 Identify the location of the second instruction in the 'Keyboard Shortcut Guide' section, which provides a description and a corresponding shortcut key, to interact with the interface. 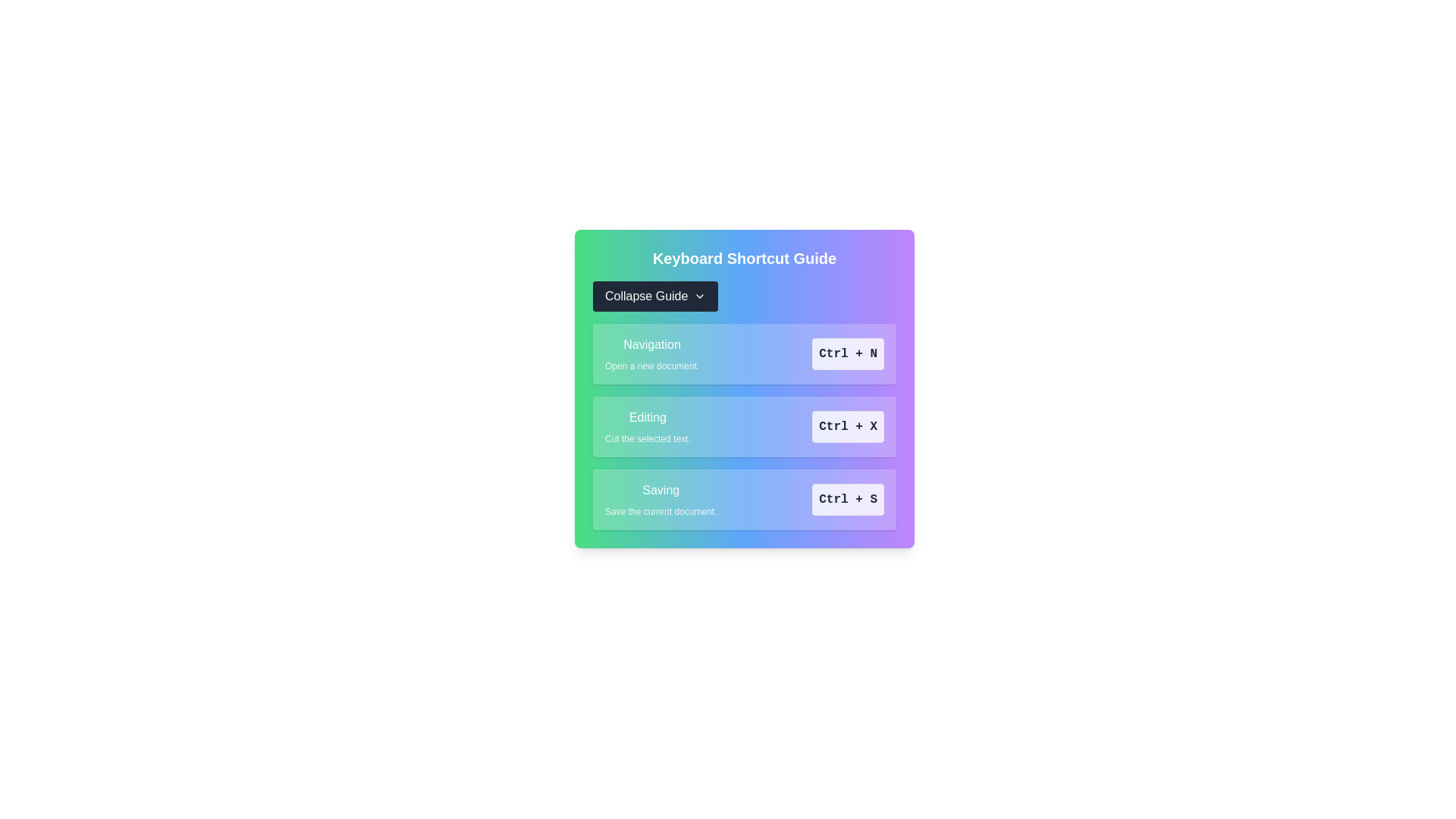
(745, 427).